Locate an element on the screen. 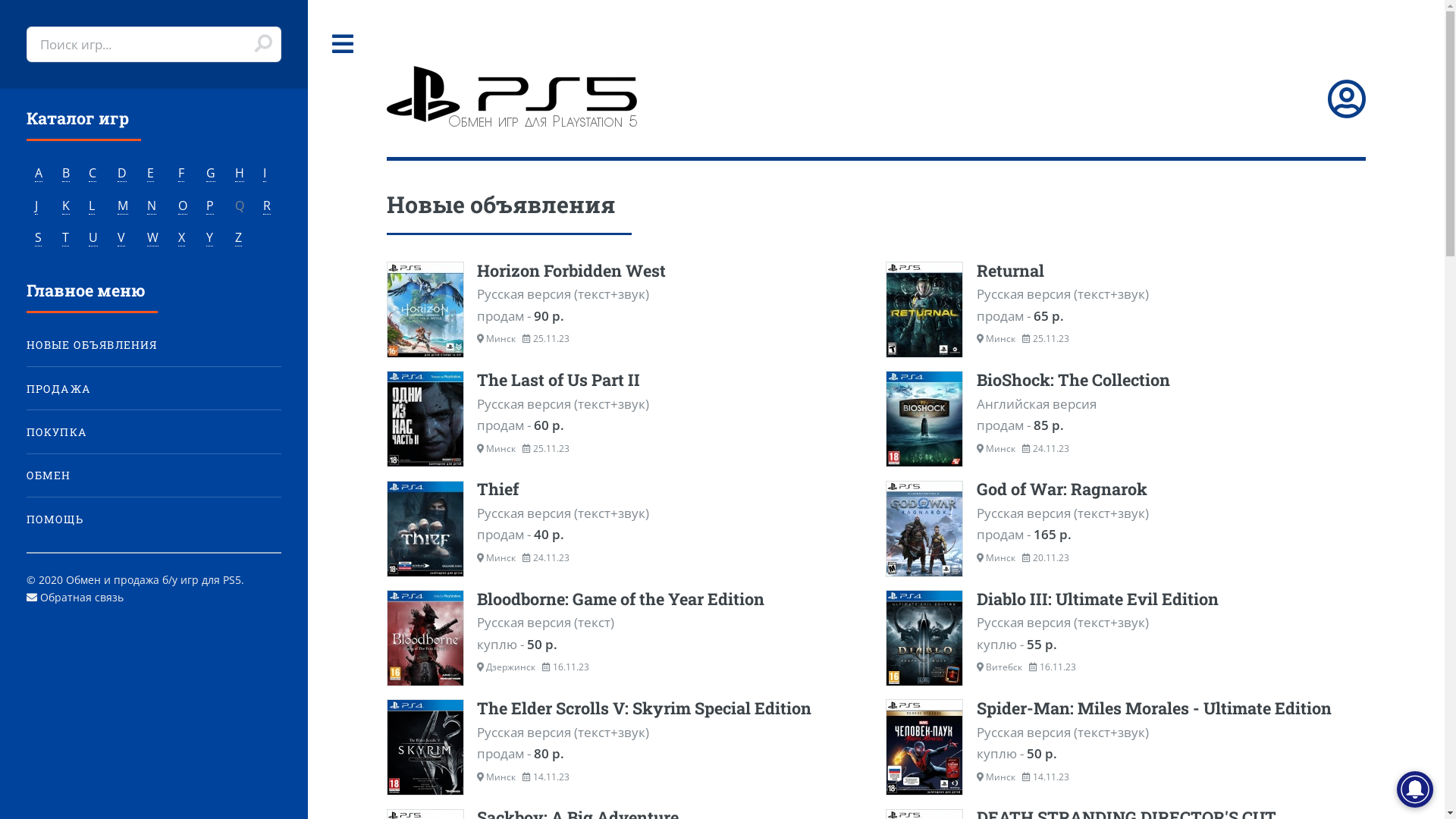  'J' is located at coordinates (36, 206).